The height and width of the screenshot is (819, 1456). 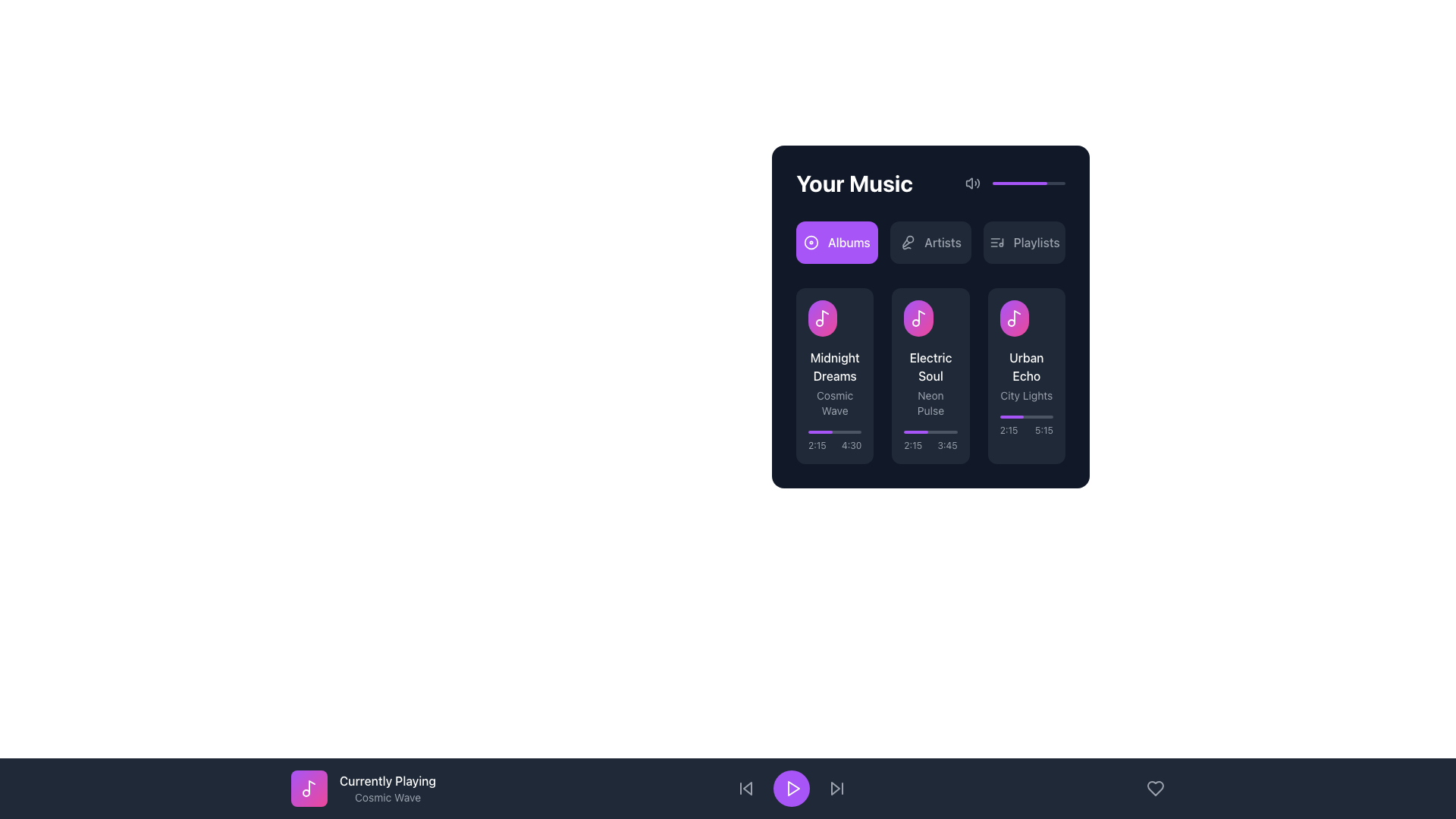 What do you see at coordinates (930, 242) in the screenshot?
I see `the navigation button group located in the 'Your Music' section, which includes the buttons labeled 'Albums,' 'Artists,' and 'Playlists.'` at bounding box center [930, 242].